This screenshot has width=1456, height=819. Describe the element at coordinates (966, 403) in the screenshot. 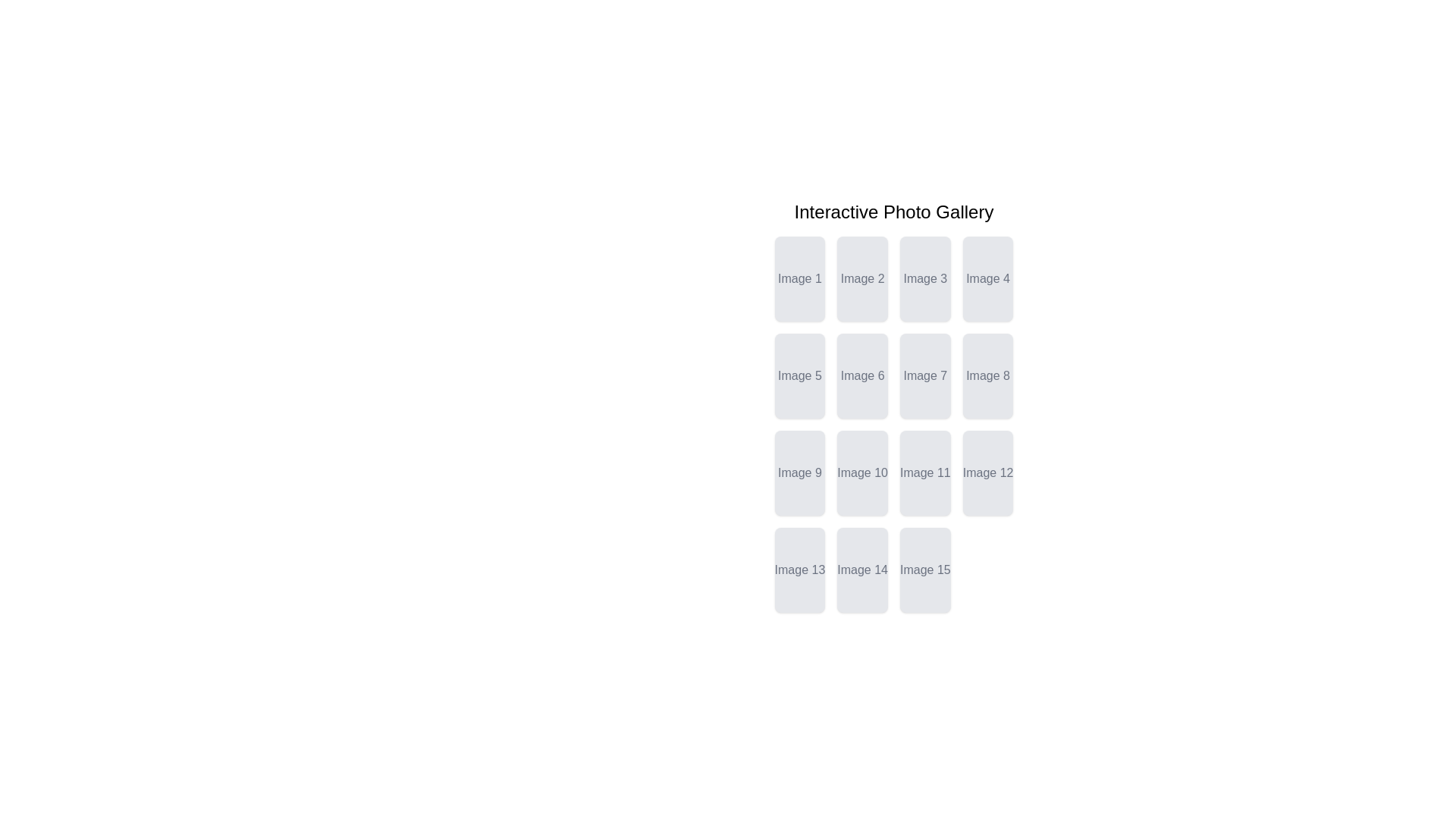

I see `the SVG speech bubble icon within the 'Comment' button located beneath the seventh image in the second row of the interactive photo gallery` at that location.